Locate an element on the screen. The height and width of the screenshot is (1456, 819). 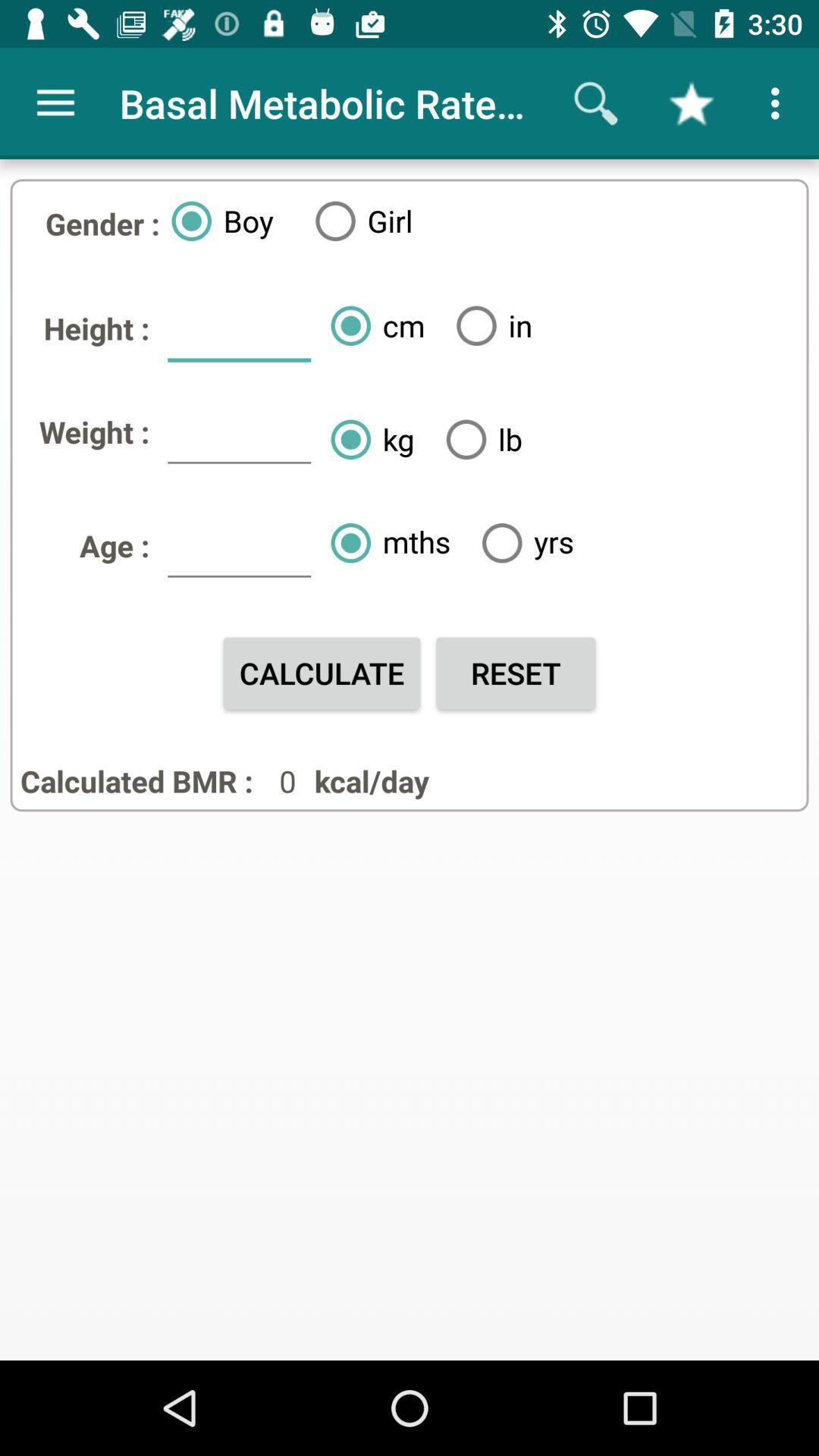
kg is located at coordinates (366, 438).